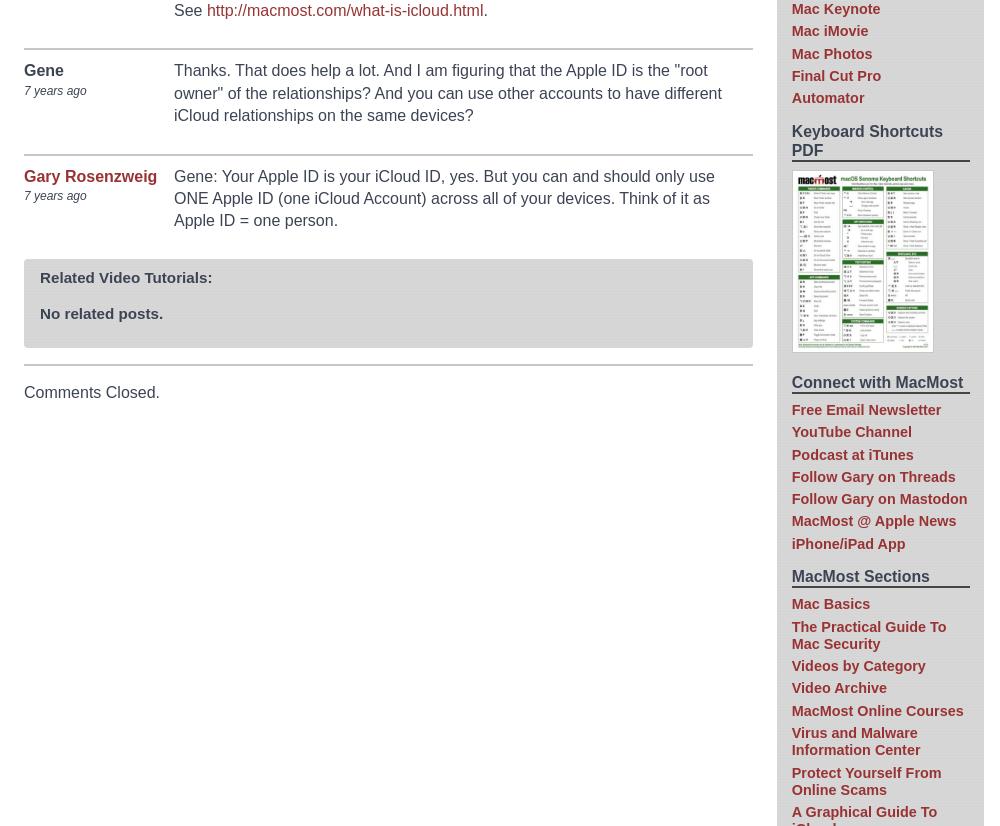 Image resolution: width=1000 pixels, height=826 pixels. What do you see at coordinates (850, 431) in the screenshot?
I see `'YouTube Channel'` at bounding box center [850, 431].